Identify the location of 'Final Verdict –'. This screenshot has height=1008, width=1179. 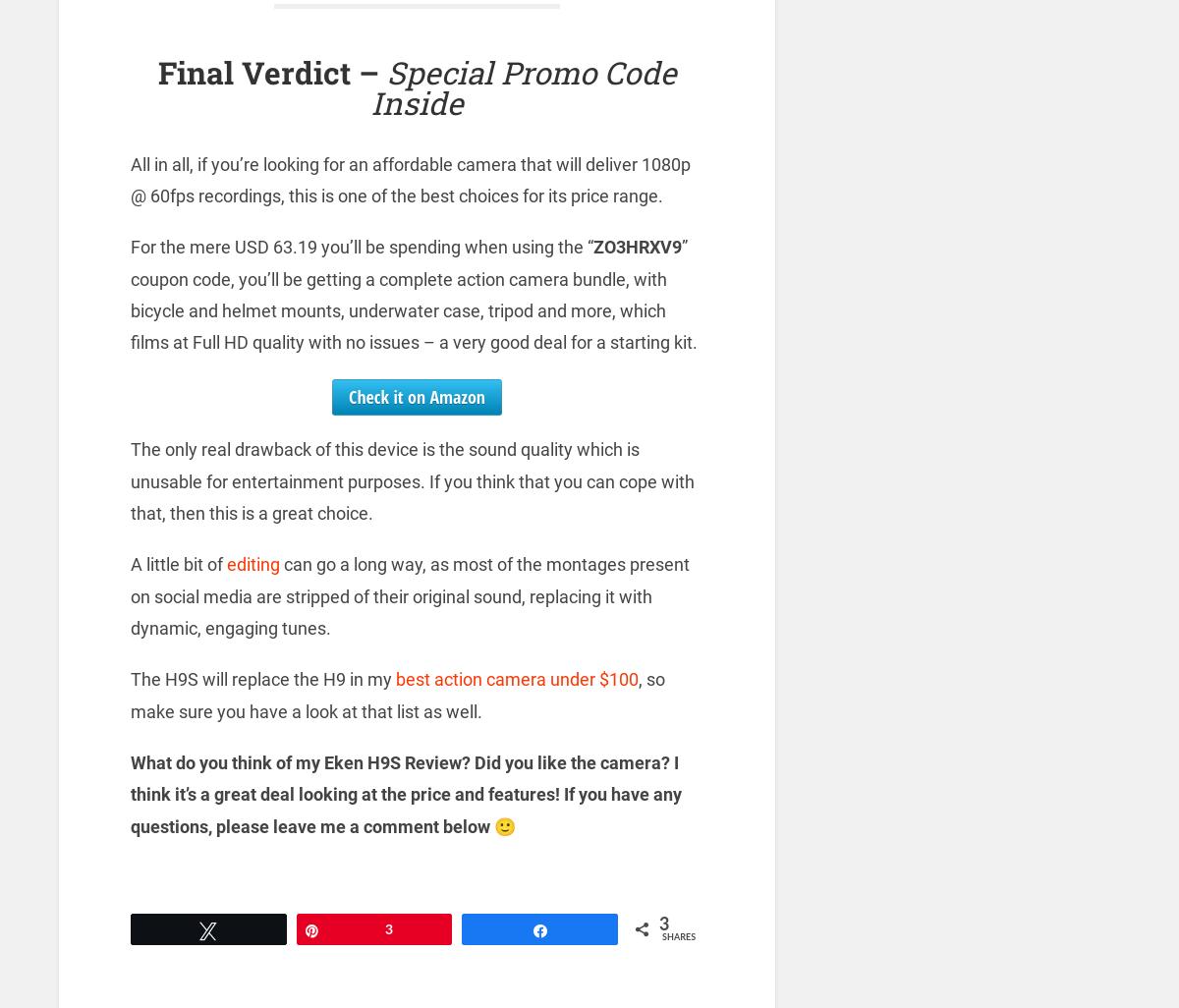
(271, 71).